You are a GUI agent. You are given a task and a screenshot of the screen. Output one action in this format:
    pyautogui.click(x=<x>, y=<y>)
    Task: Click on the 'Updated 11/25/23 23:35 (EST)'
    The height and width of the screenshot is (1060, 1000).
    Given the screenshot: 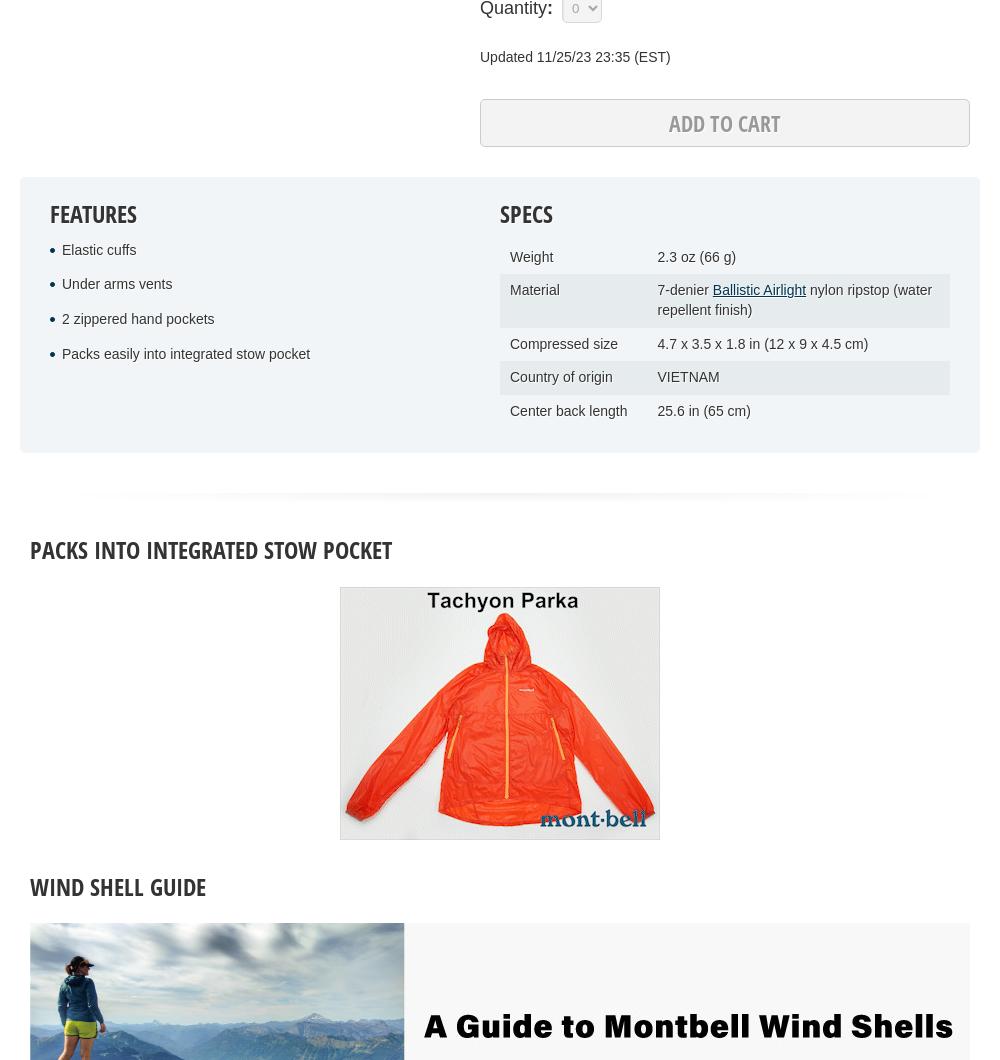 What is the action you would take?
    pyautogui.click(x=574, y=55)
    